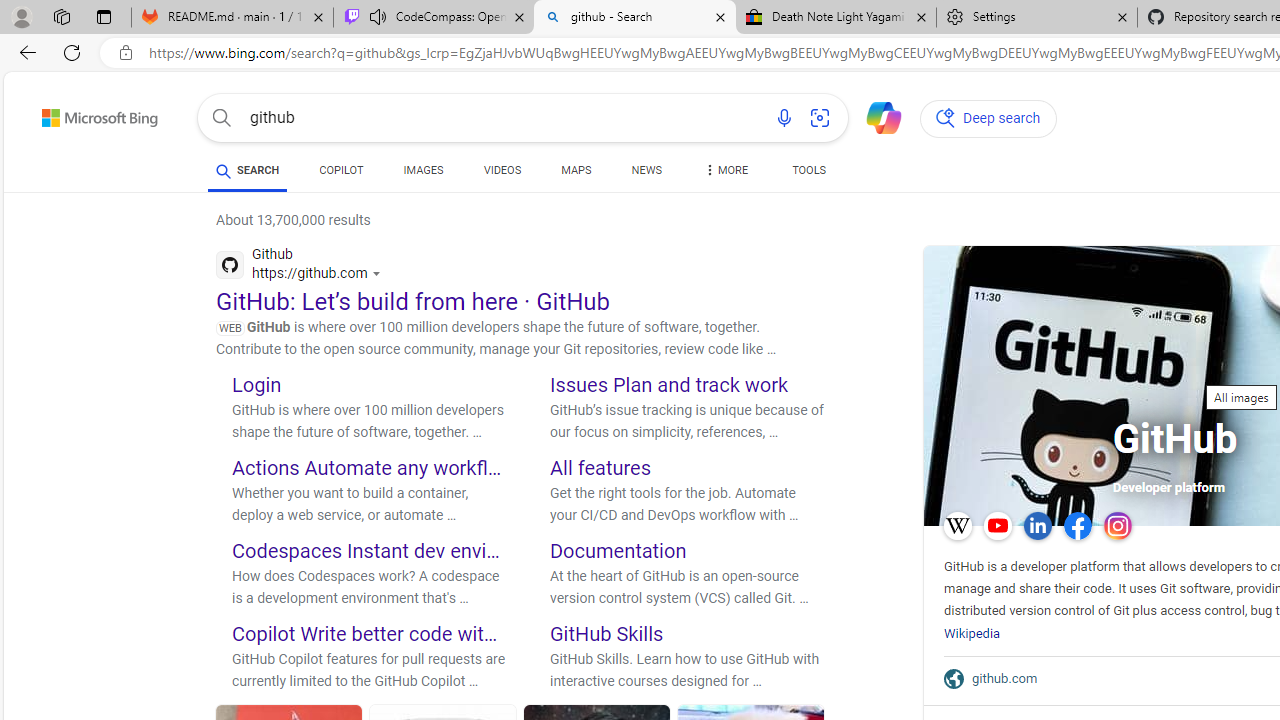 This screenshot has height=720, width=1280. What do you see at coordinates (599, 467) in the screenshot?
I see `'All features'` at bounding box center [599, 467].